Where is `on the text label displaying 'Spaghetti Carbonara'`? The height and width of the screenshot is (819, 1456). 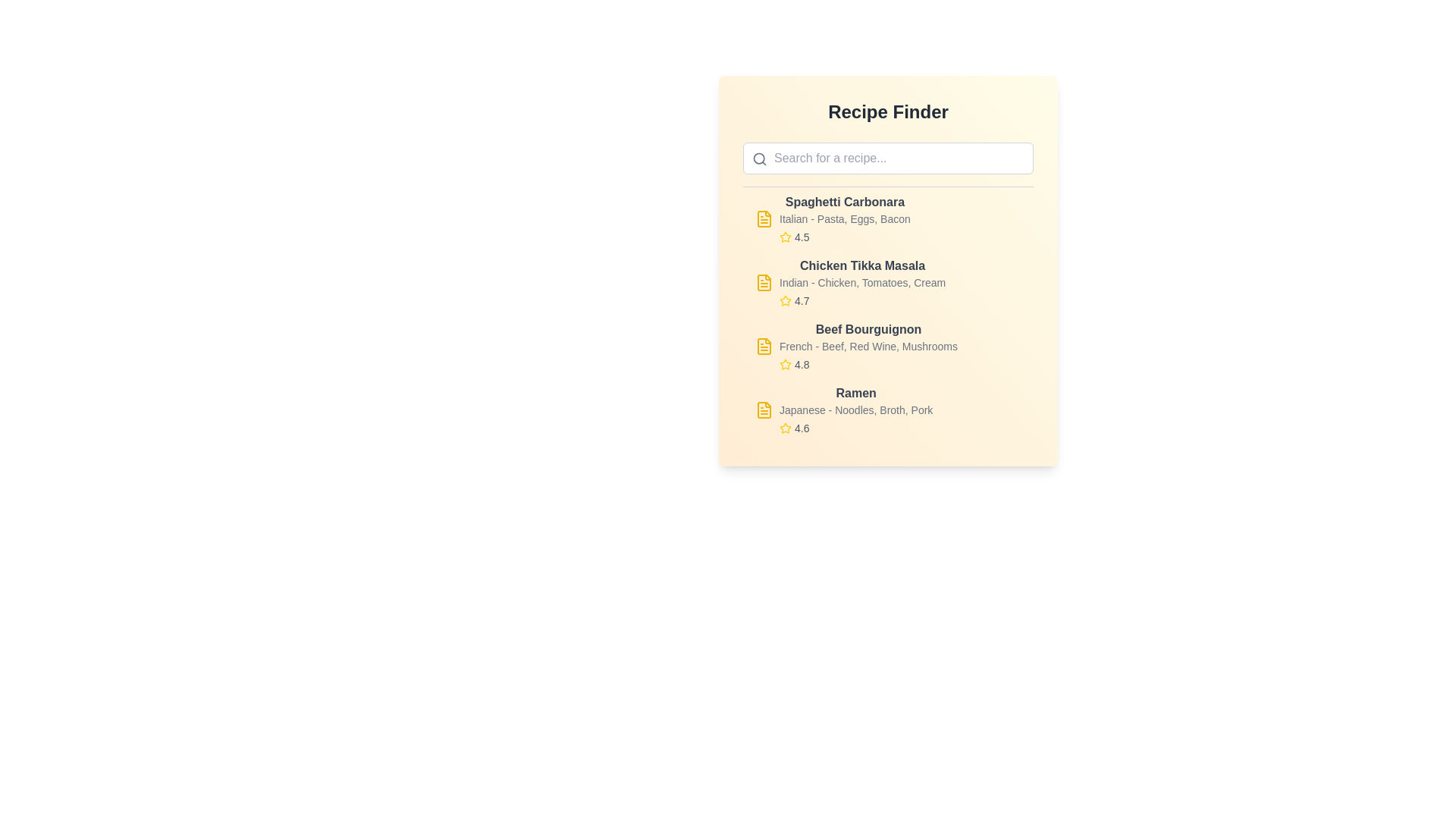
on the text label displaying 'Spaghetti Carbonara' is located at coordinates (844, 201).